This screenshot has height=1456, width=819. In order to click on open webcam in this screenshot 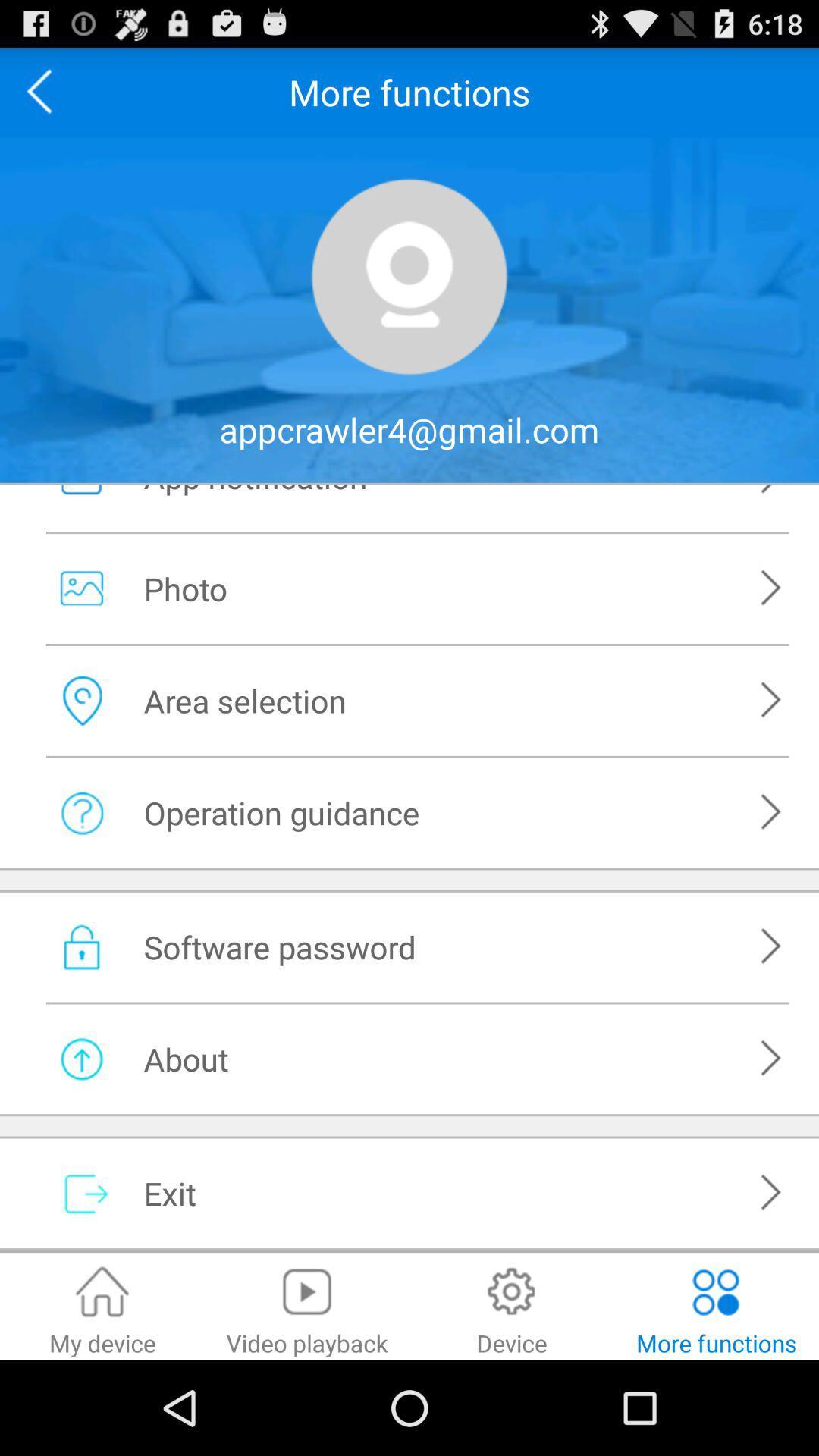, I will do `click(409, 277)`.